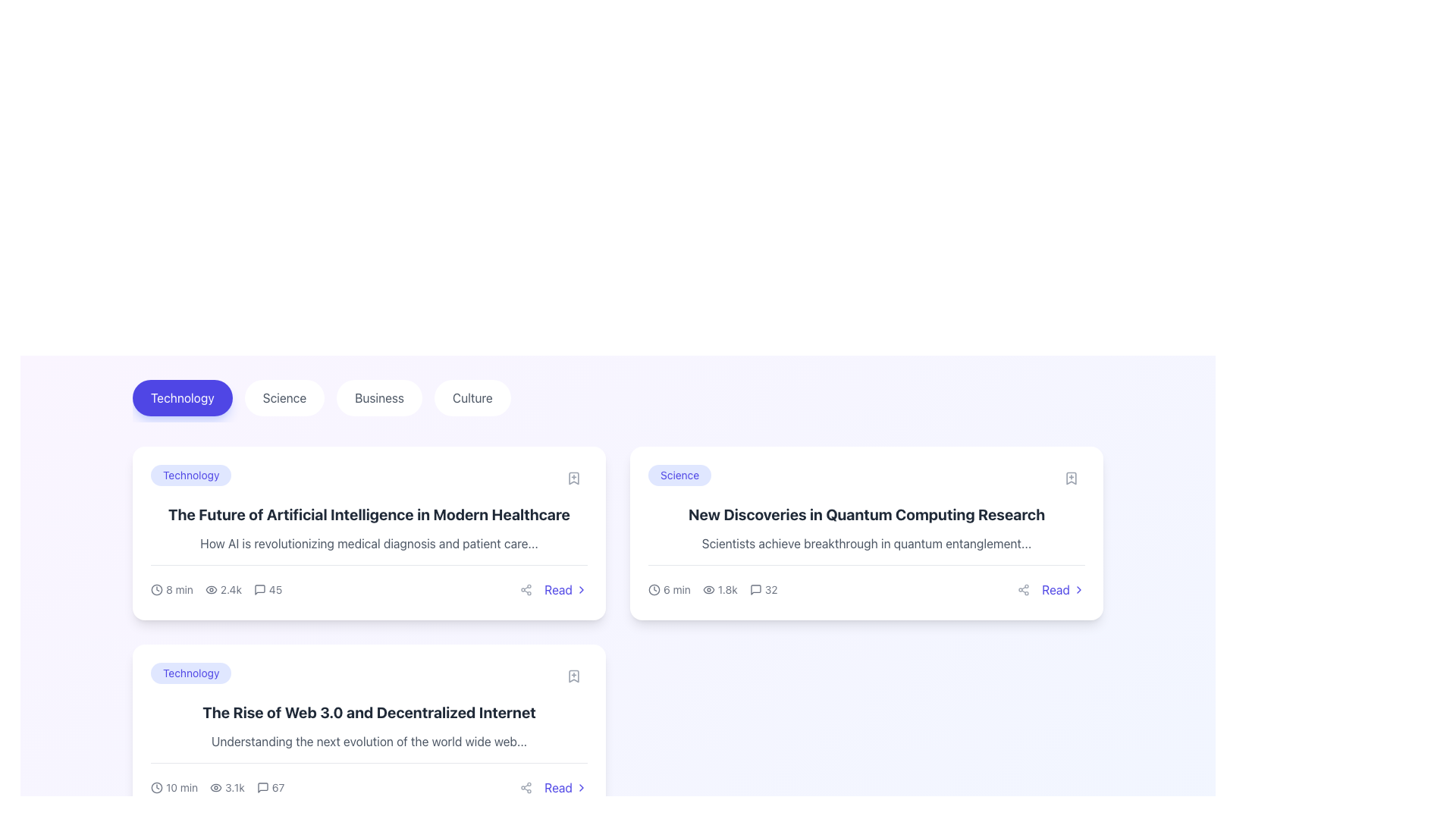  What do you see at coordinates (472, 397) in the screenshot?
I see `the 'Culture' button, which is the fourth button in a horizontal list, located to the right of the 'Business' button` at bounding box center [472, 397].